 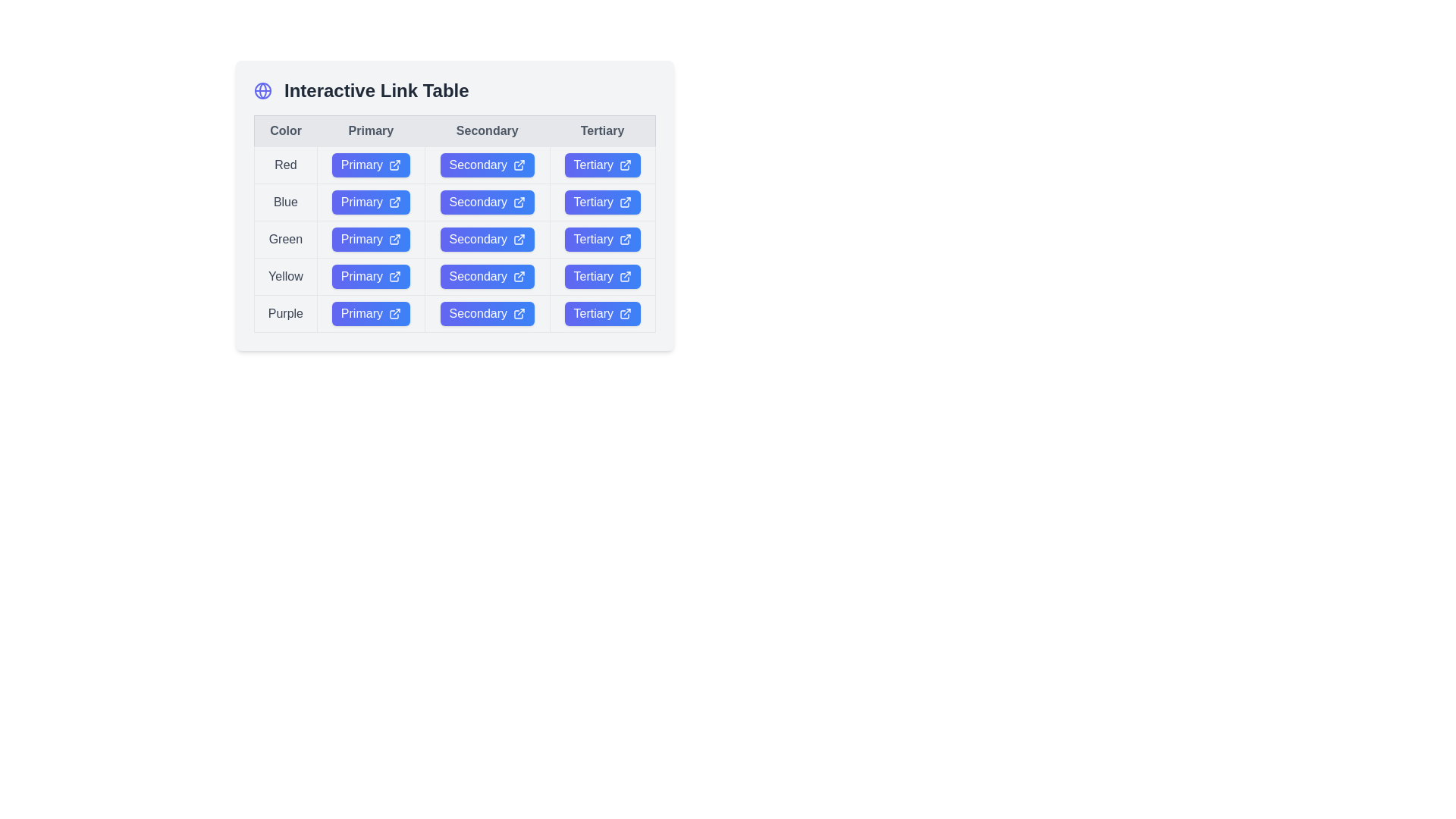 What do you see at coordinates (454, 201) in the screenshot?
I see `the 'Secondary' button` at bounding box center [454, 201].